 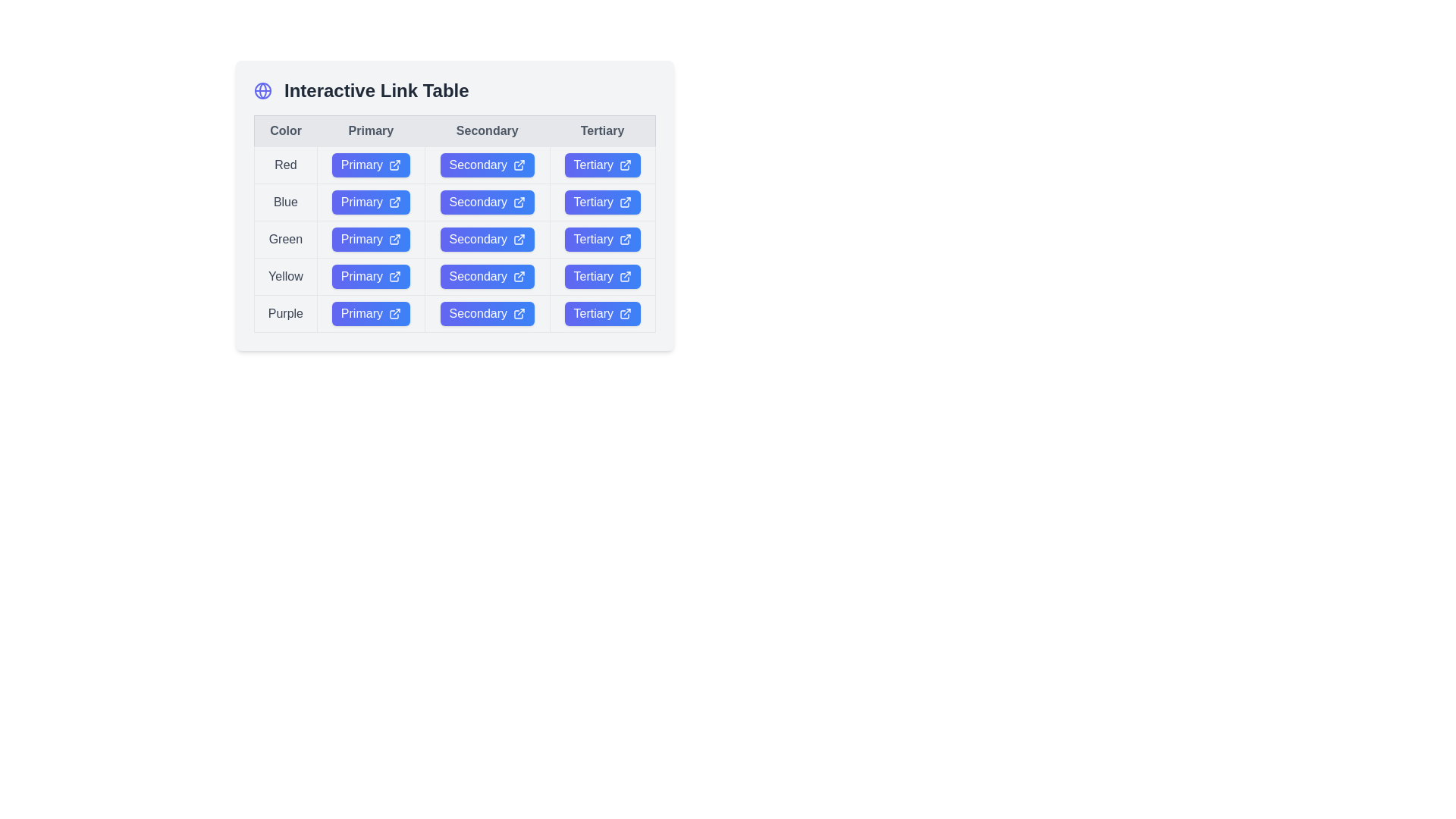 What do you see at coordinates (454, 201) in the screenshot?
I see `the 'Secondary' button` at bounding box center [454, 201].